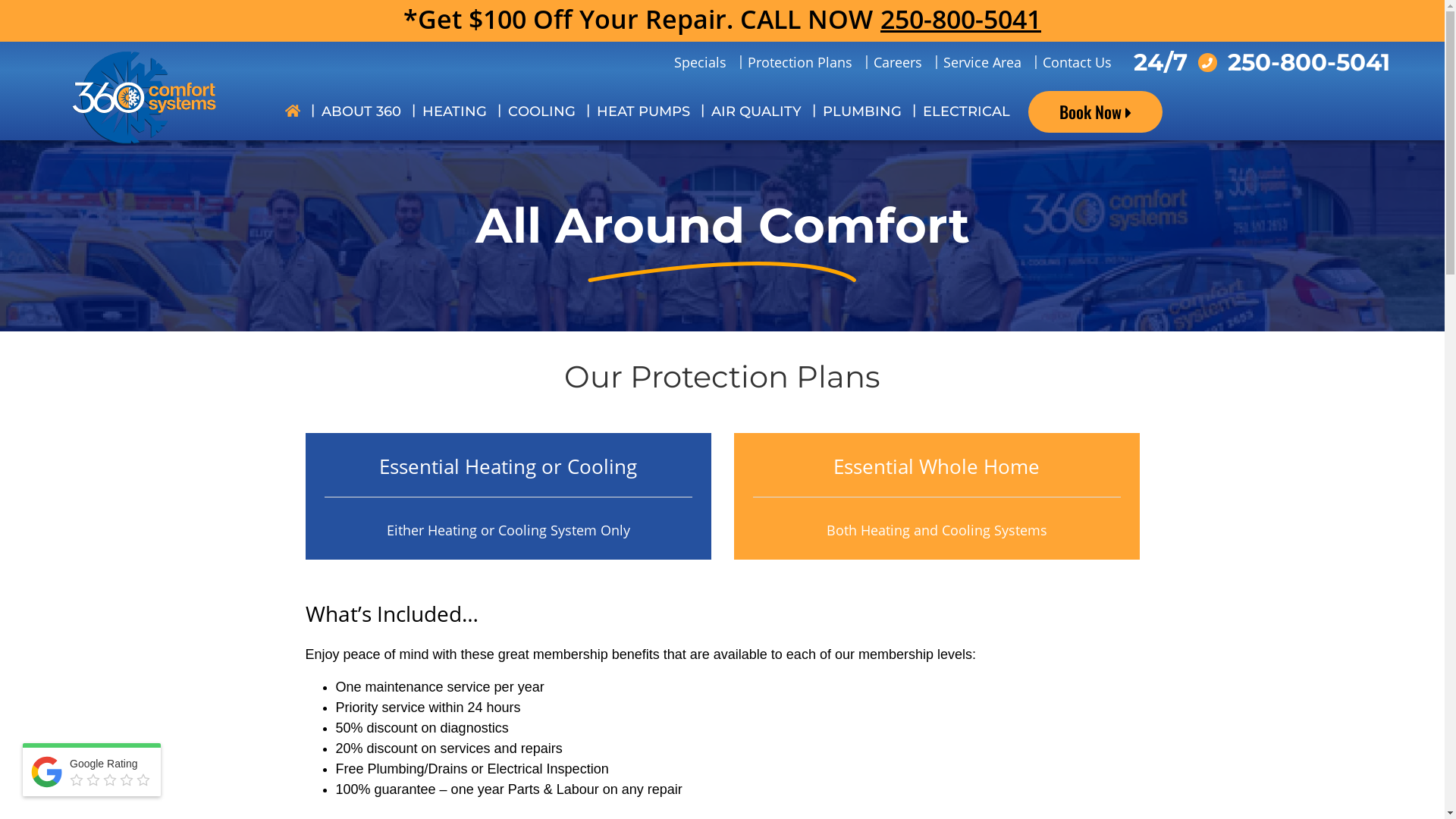 The image size is (1456, 819). I want to click on 'Careers', so click(898, 61).